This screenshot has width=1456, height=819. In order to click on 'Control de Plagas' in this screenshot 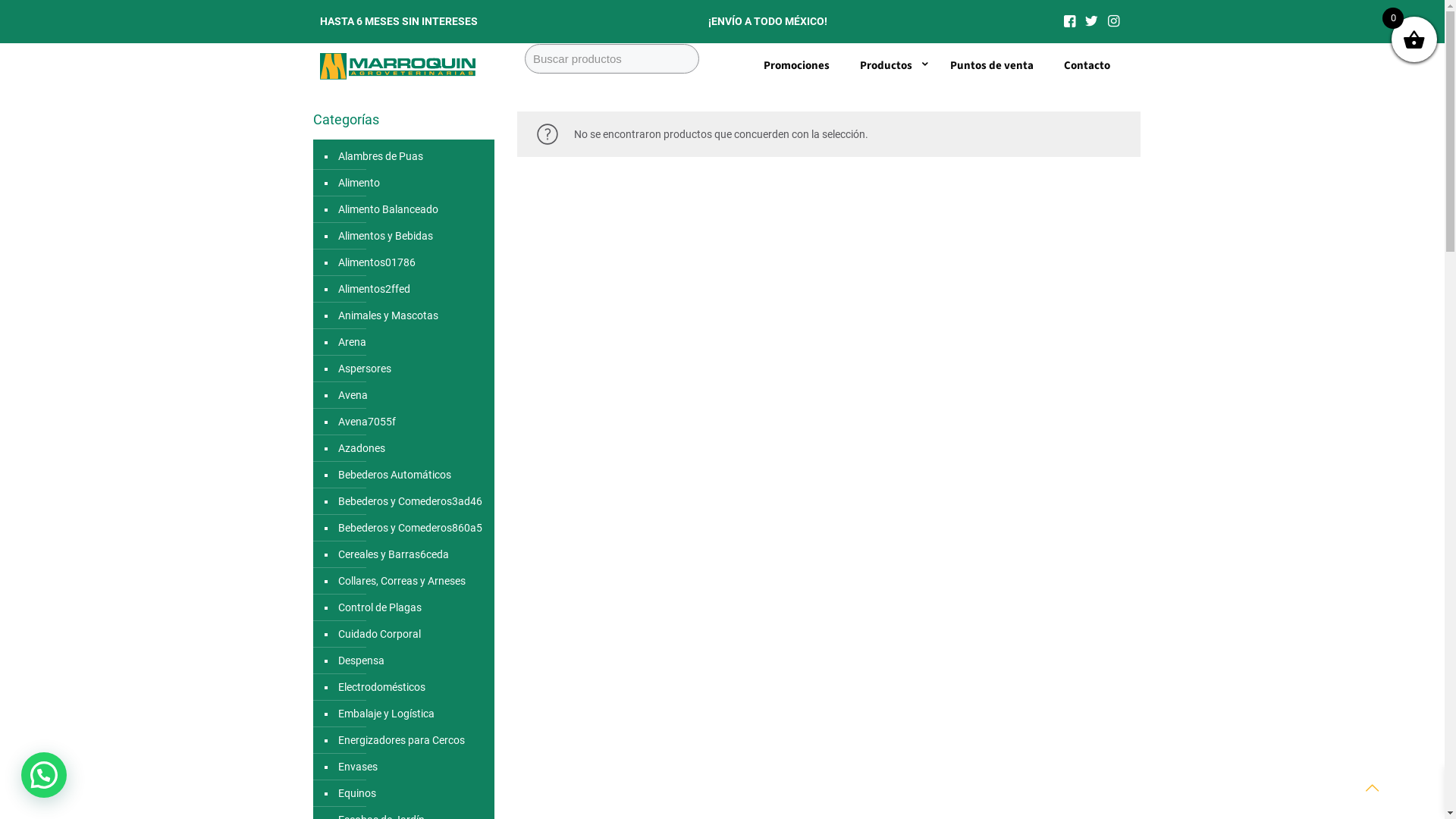, I will do `click(411, 607)`.